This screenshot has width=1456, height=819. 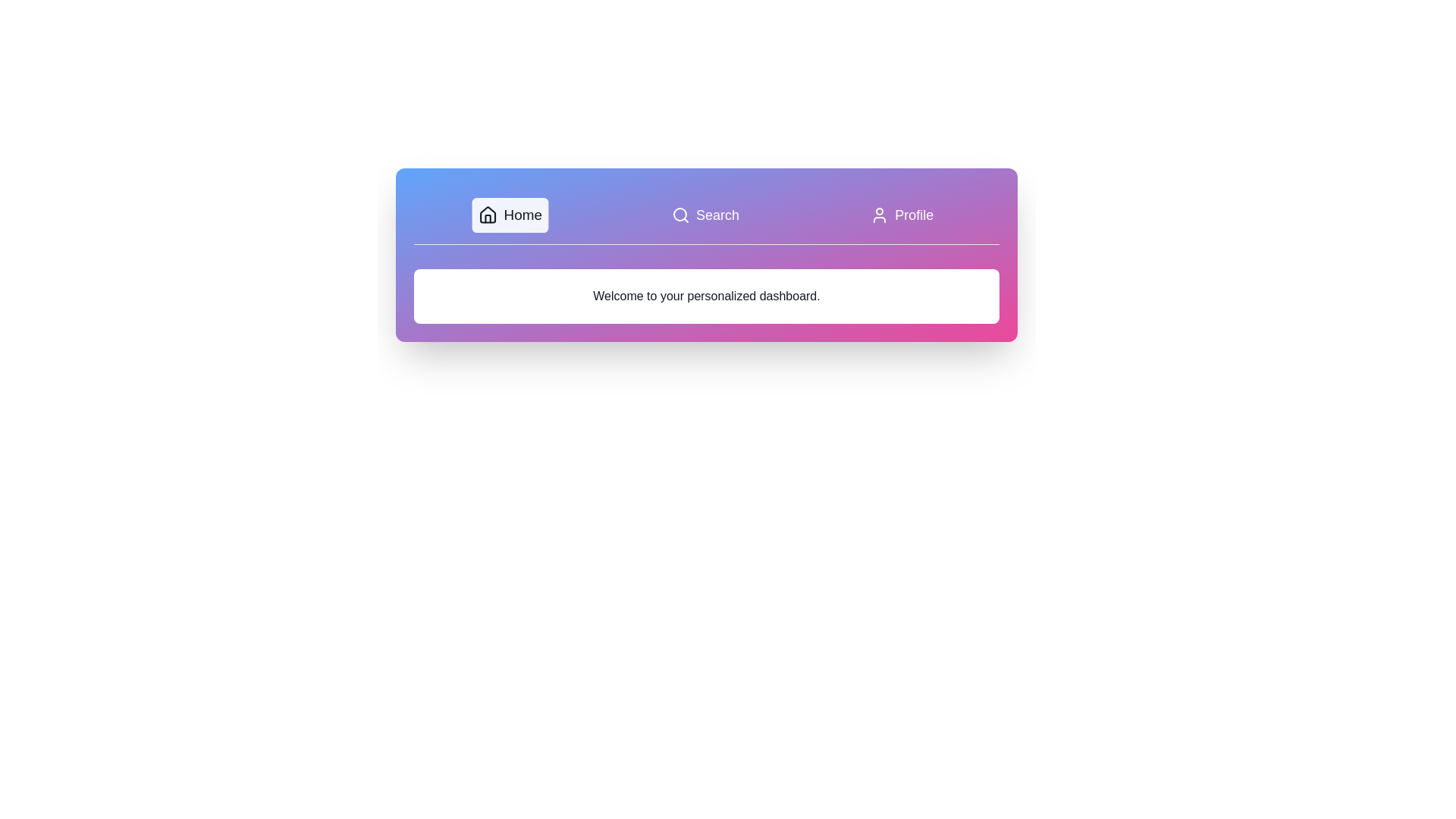 What do you see at coordinates (510, 215) in the screenshot?
I see `the tab labeled Home to interact with its icon` at bounding box center [510, 215].